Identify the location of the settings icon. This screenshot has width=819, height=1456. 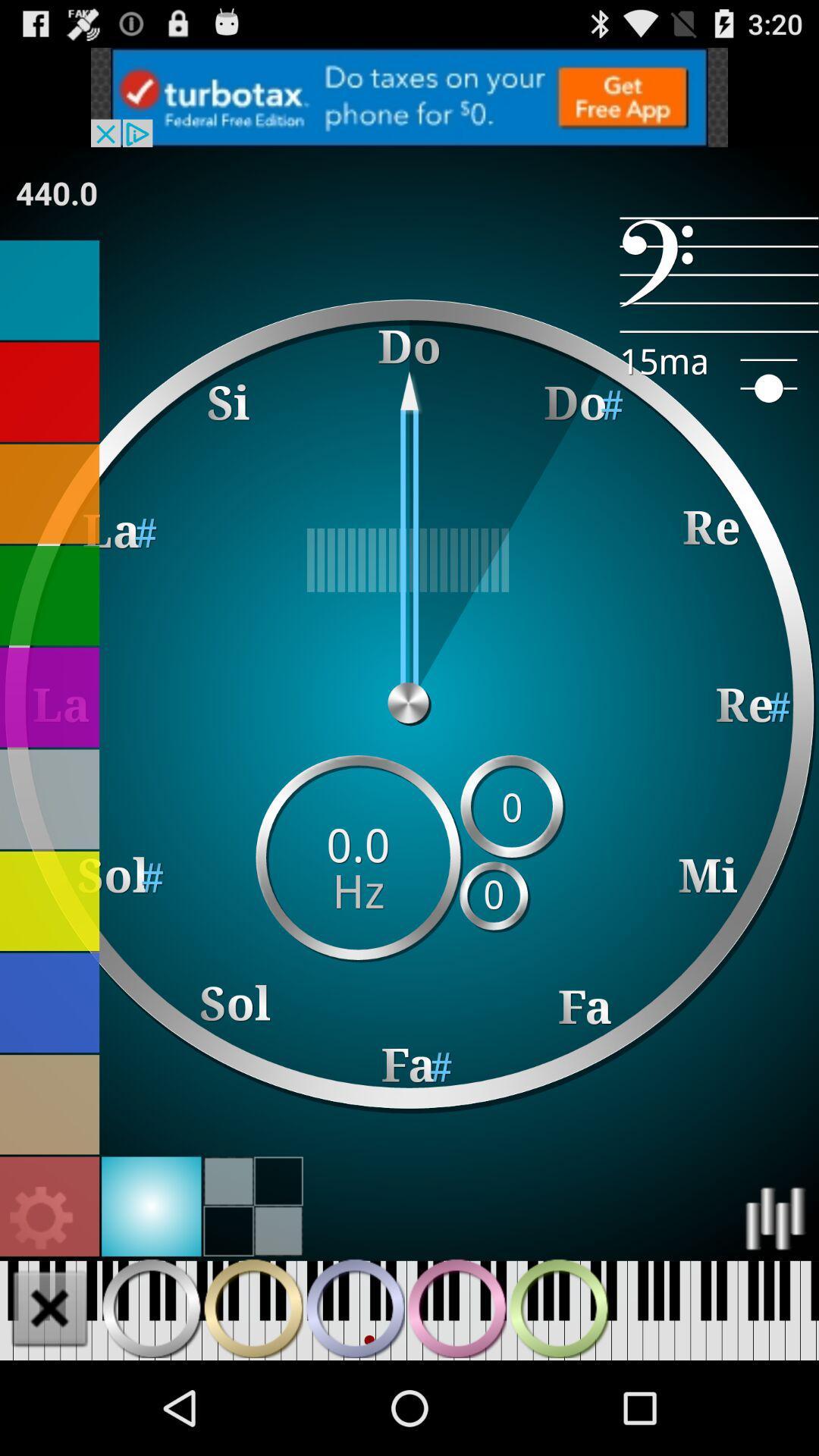
(41, 1304).